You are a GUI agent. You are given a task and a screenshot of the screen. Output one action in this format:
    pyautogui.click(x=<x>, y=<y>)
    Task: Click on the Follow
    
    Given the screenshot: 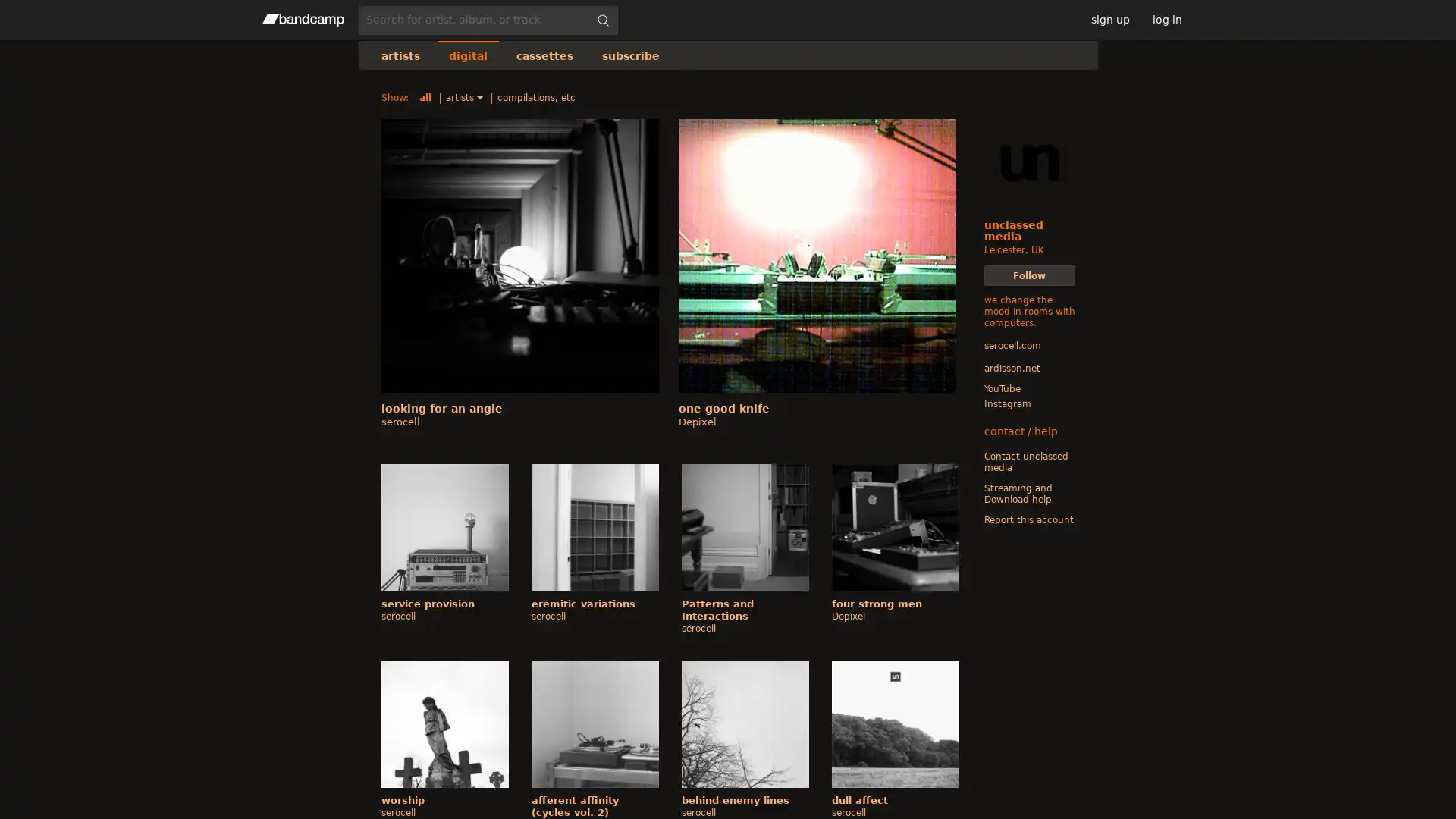 What is the action you would take?
    pyautogui.click(x=1029, y=275)
    